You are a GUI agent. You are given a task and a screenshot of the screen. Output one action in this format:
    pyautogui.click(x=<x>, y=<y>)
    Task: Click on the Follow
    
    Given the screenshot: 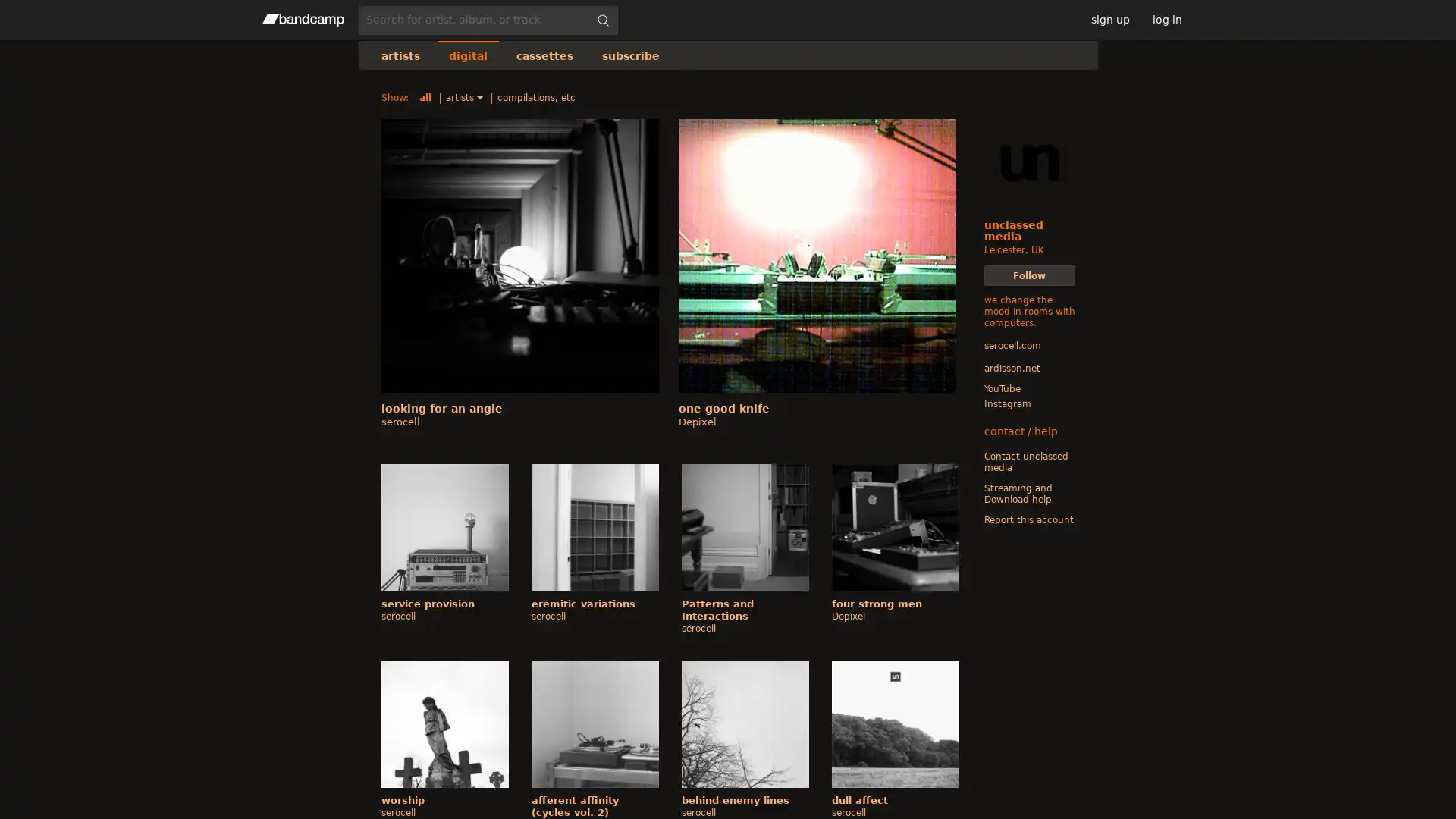 What is the action you would take?
    pyautogui.click(x=1029, y=275)
    